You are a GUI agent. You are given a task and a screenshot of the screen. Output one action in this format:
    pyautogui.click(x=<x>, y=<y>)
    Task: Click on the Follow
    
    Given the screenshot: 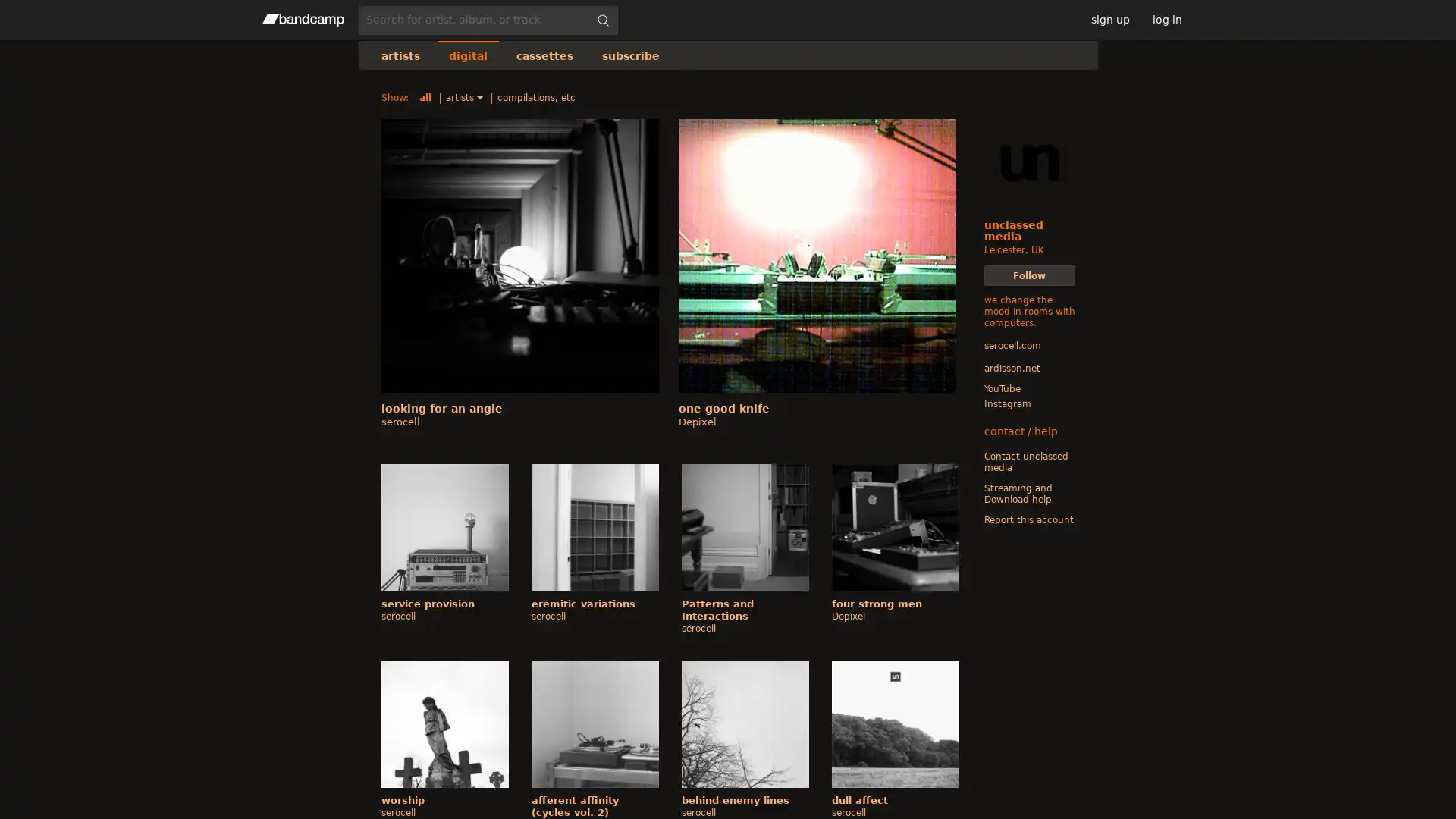 What is the action you would take?
    pyautogui.click(x=1029, y=275)
    